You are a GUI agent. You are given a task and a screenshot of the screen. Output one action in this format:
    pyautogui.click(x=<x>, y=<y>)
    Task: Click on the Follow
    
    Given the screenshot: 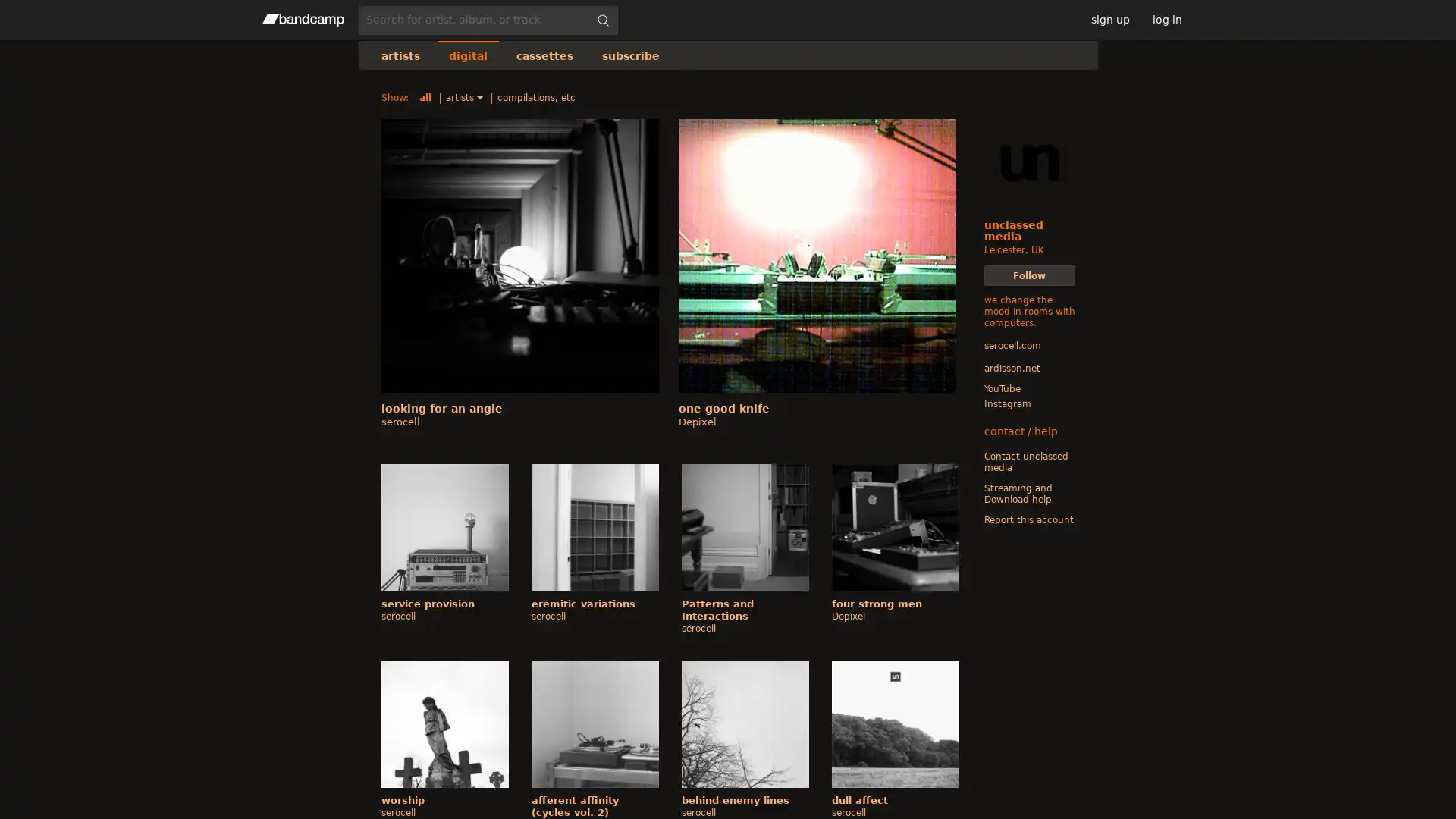 What is the action you would take?
    pyautogui.click(x=1029, y=275)
    